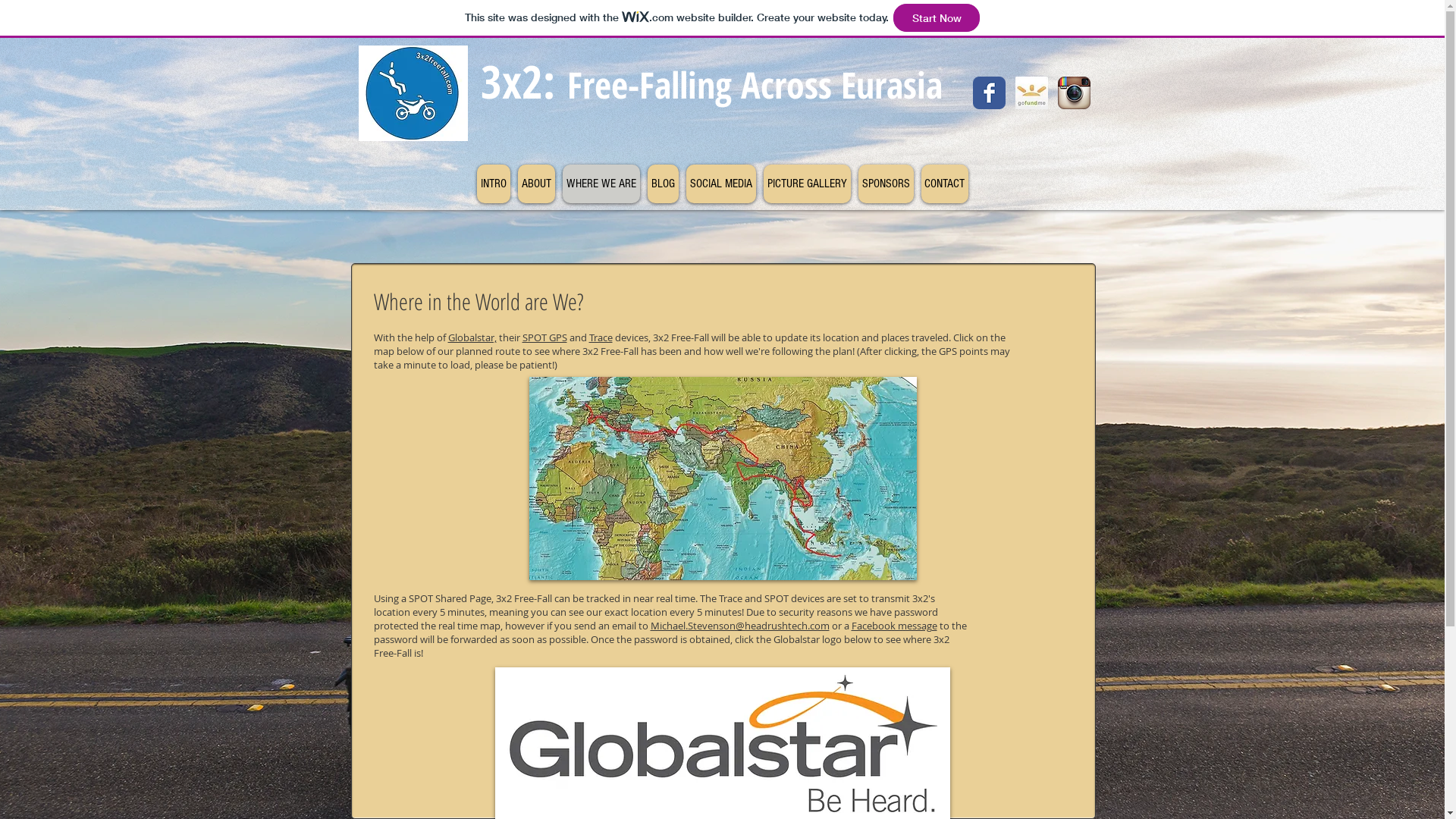 The image size is (1456, 819). Describe the element at coordinates (739, 626) in the screenshot. I see `'Michael.Stevenson@headrushtech.com'` at that location.